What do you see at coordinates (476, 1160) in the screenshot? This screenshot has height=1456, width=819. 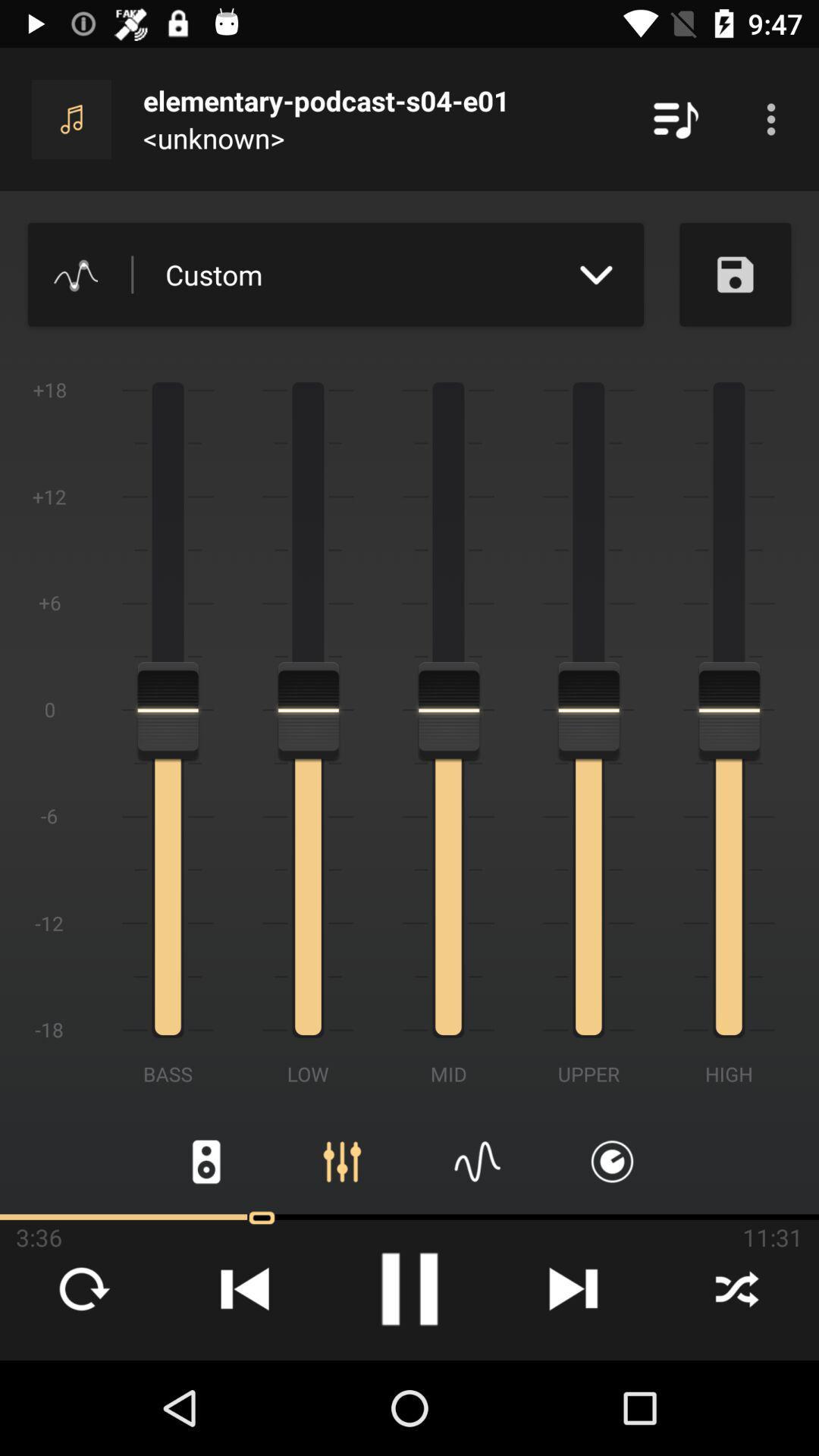 I see `the font icon` at bounding box center [476, 1160].